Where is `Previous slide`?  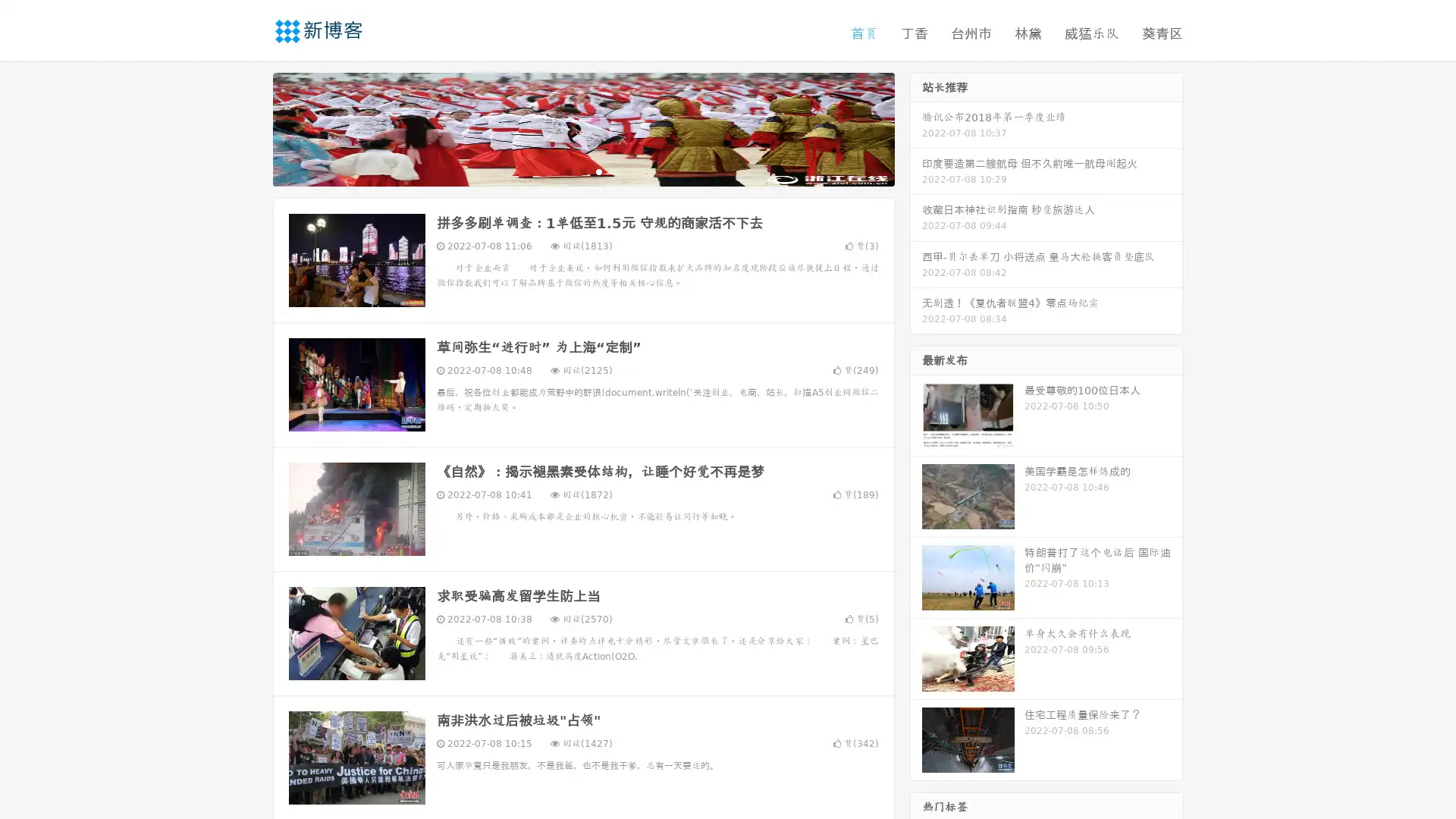 Previous slide is located at coordinates (250, 127).